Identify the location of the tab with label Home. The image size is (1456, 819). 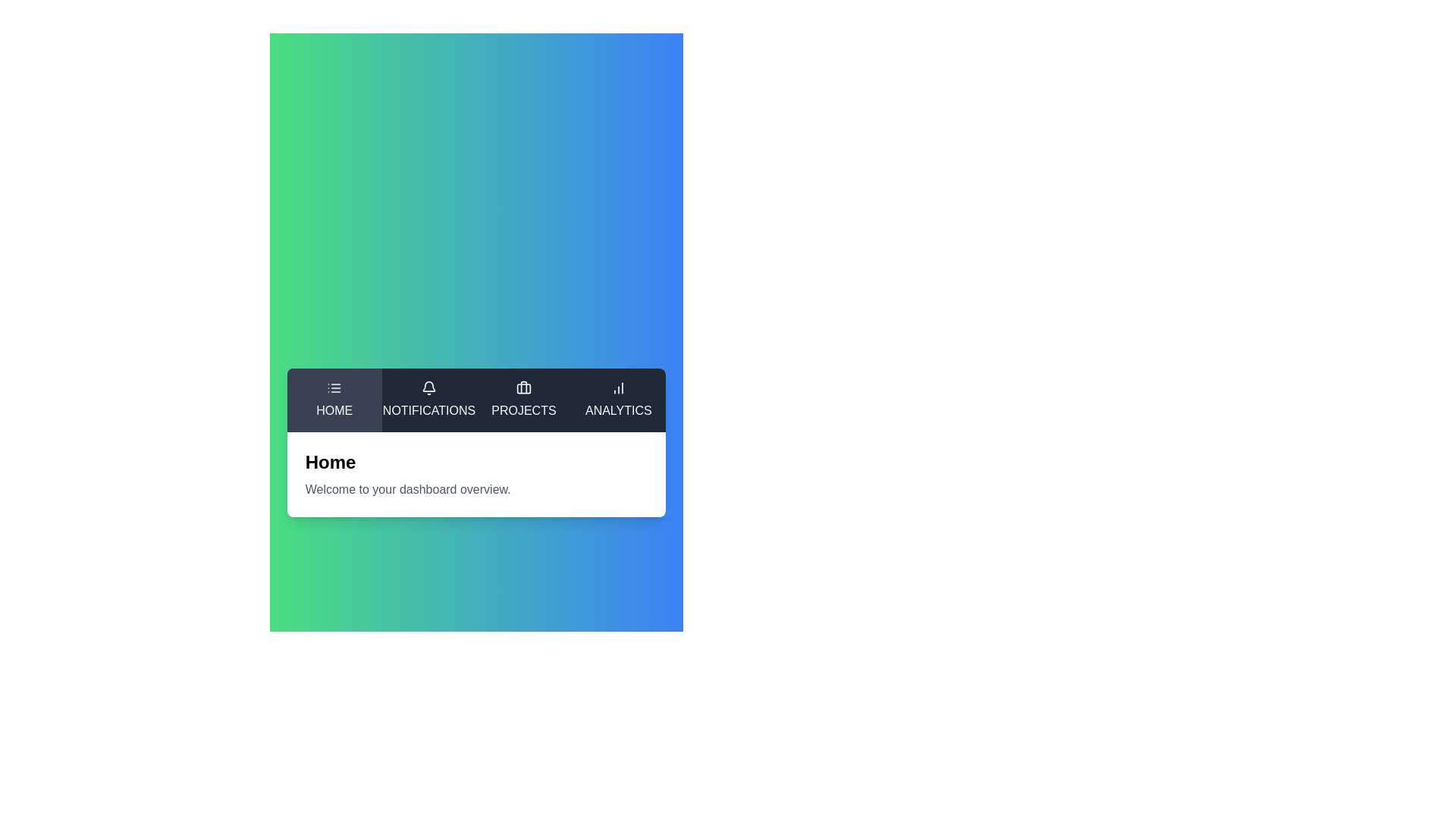
(334, 400).